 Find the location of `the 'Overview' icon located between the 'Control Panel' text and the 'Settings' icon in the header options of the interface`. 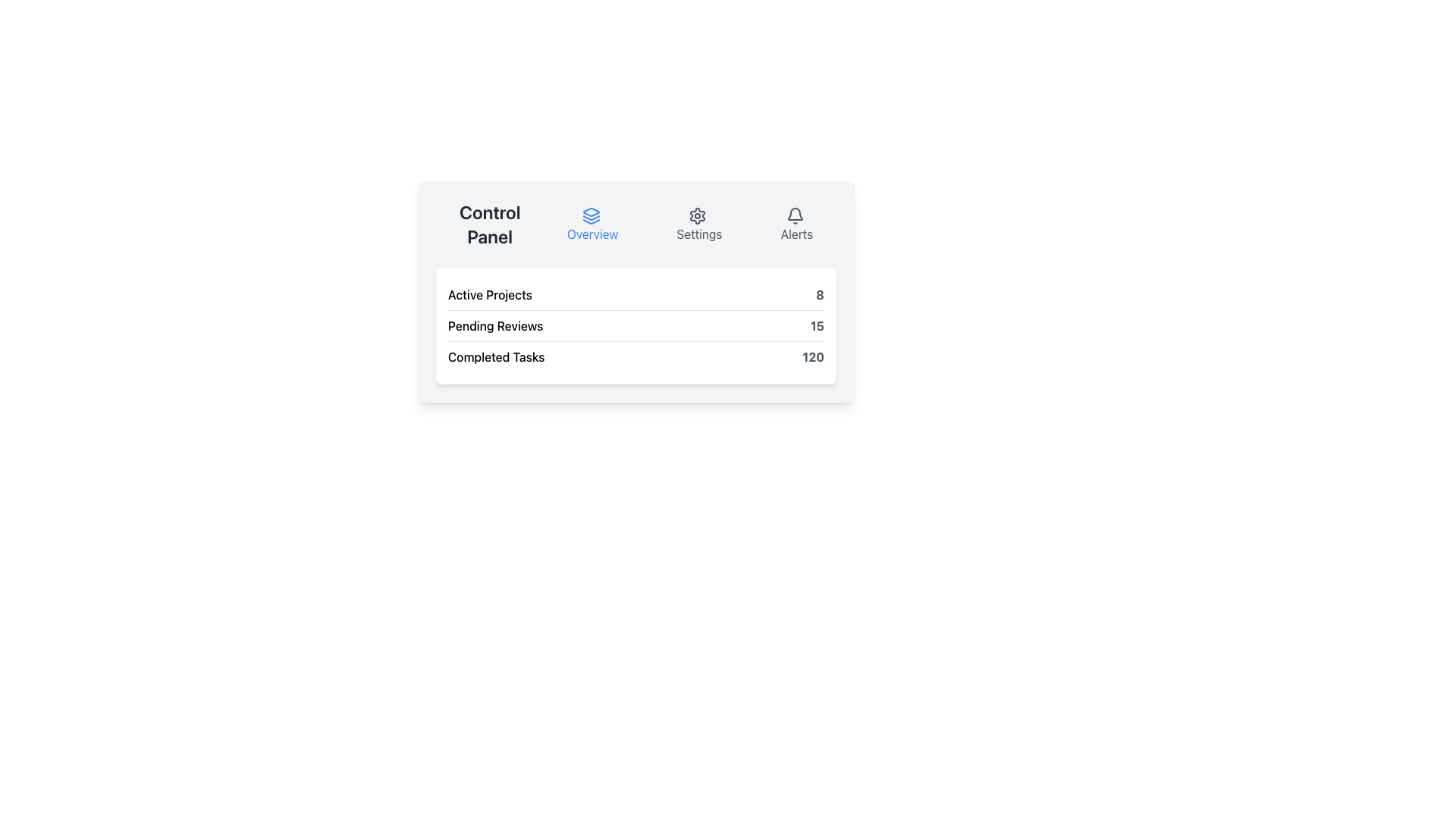

the 'Overview' icon located between the 'Control Panel' text and the 'Settings' icon in the header options of the interface is located at coordinates (590, 215).